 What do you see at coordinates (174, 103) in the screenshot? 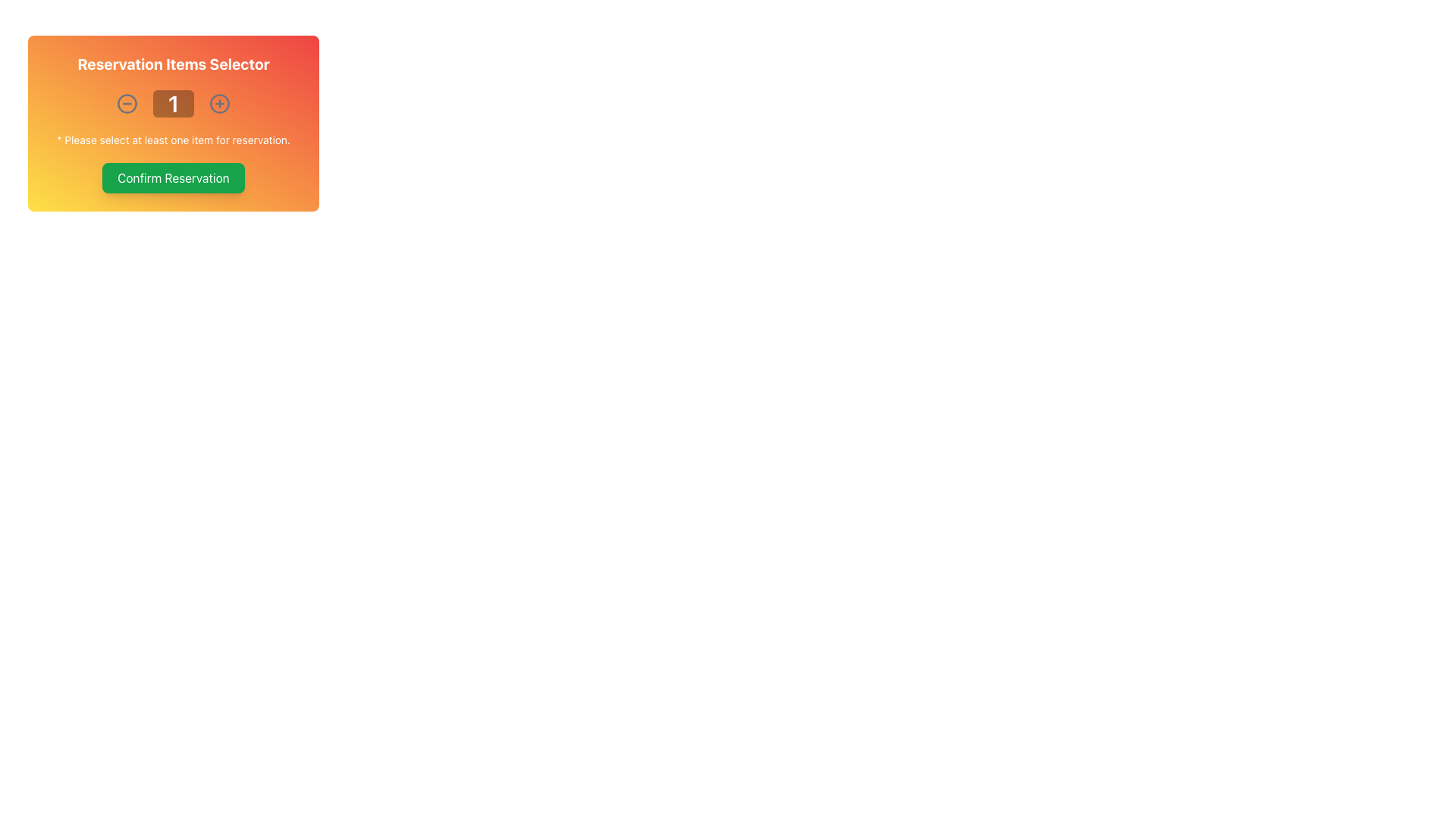
I see `the Numeric Input Display which is a rectangular box with a bold '1' label in the center, surrounded by a faintly visible dark background` at bounding box center [174, 103].